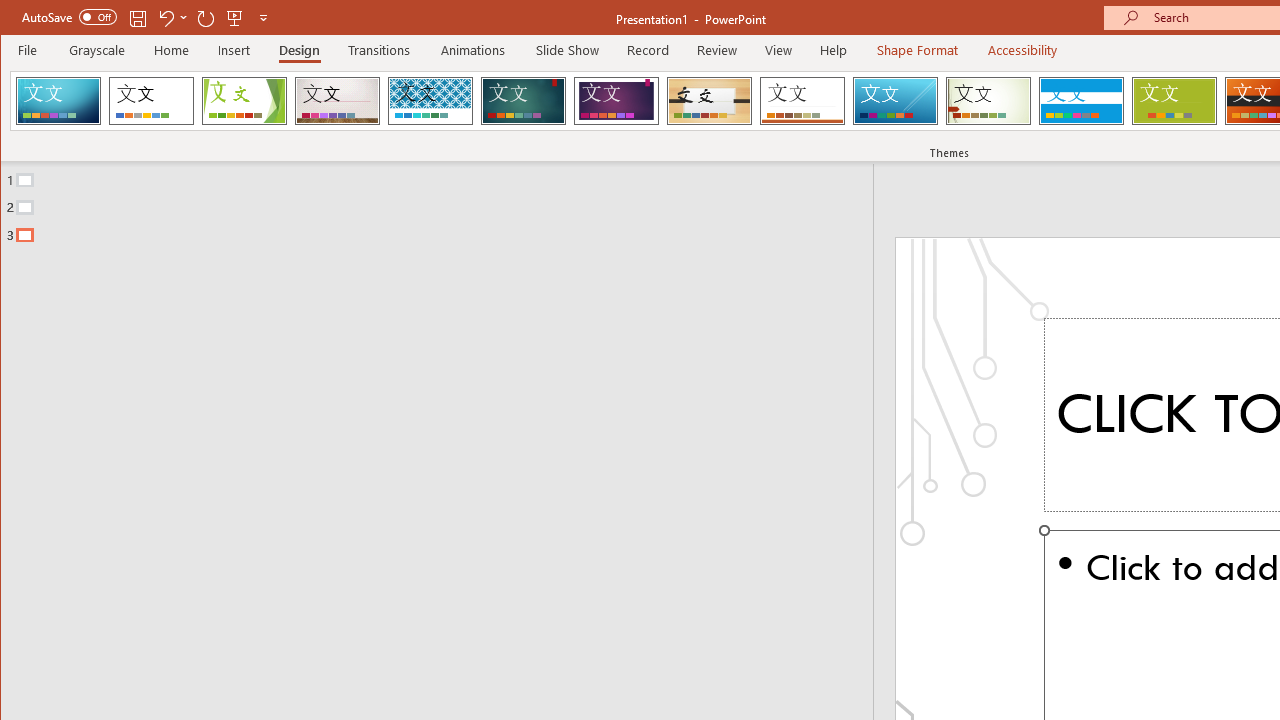 The width and height of the screenshot is (1280, 720). What do you see at coordinates (171, 49) in the screenshot?
I see `'Home'` at bounding box center [171, 49].